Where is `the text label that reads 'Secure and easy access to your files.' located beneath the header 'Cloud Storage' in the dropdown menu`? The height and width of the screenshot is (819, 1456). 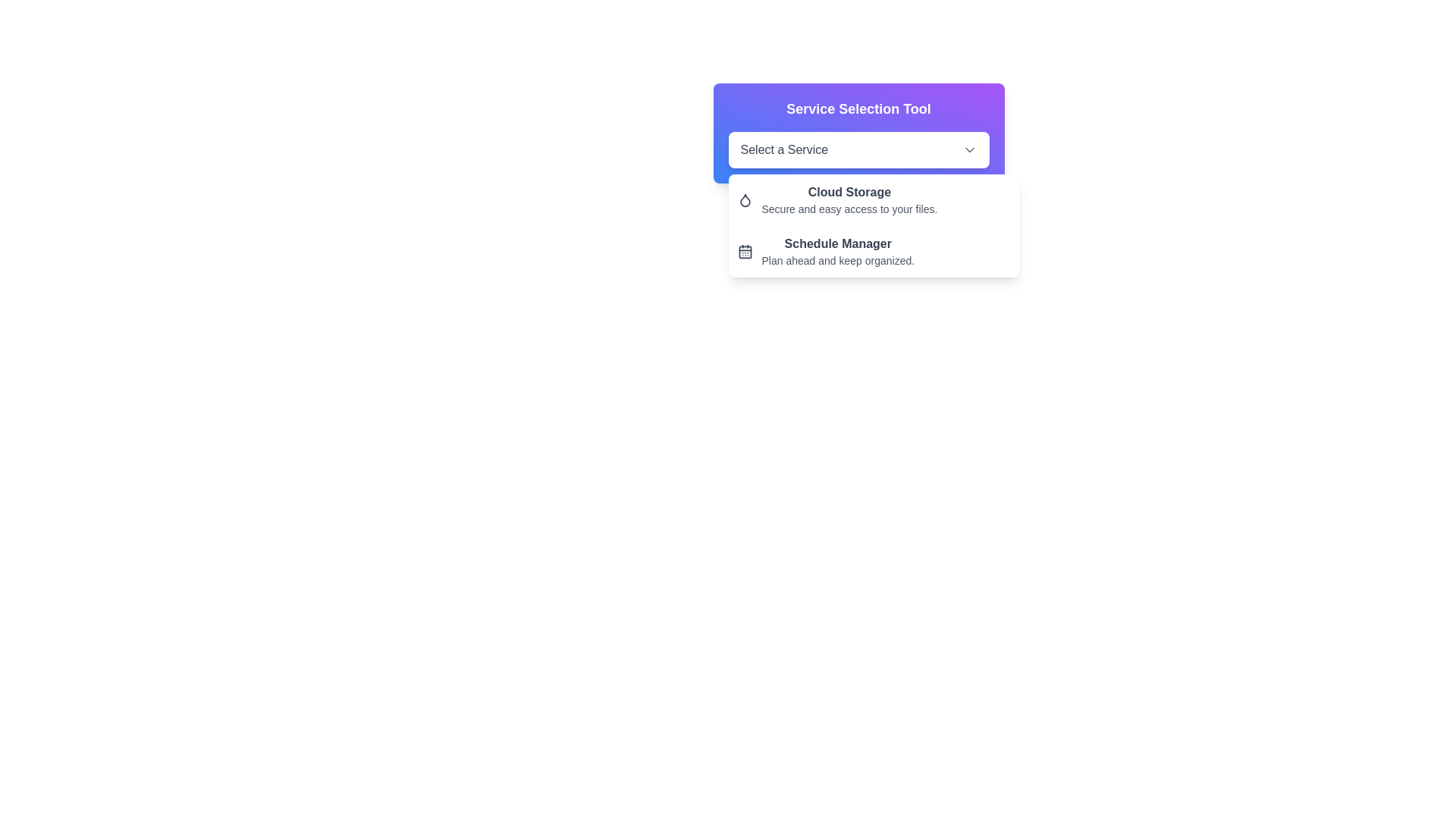 the text label that reads 'Secure and easy access to your files.' located beneath the header 'Cloud Storage' in the dropdown menu is located at coordinates (849, 209).